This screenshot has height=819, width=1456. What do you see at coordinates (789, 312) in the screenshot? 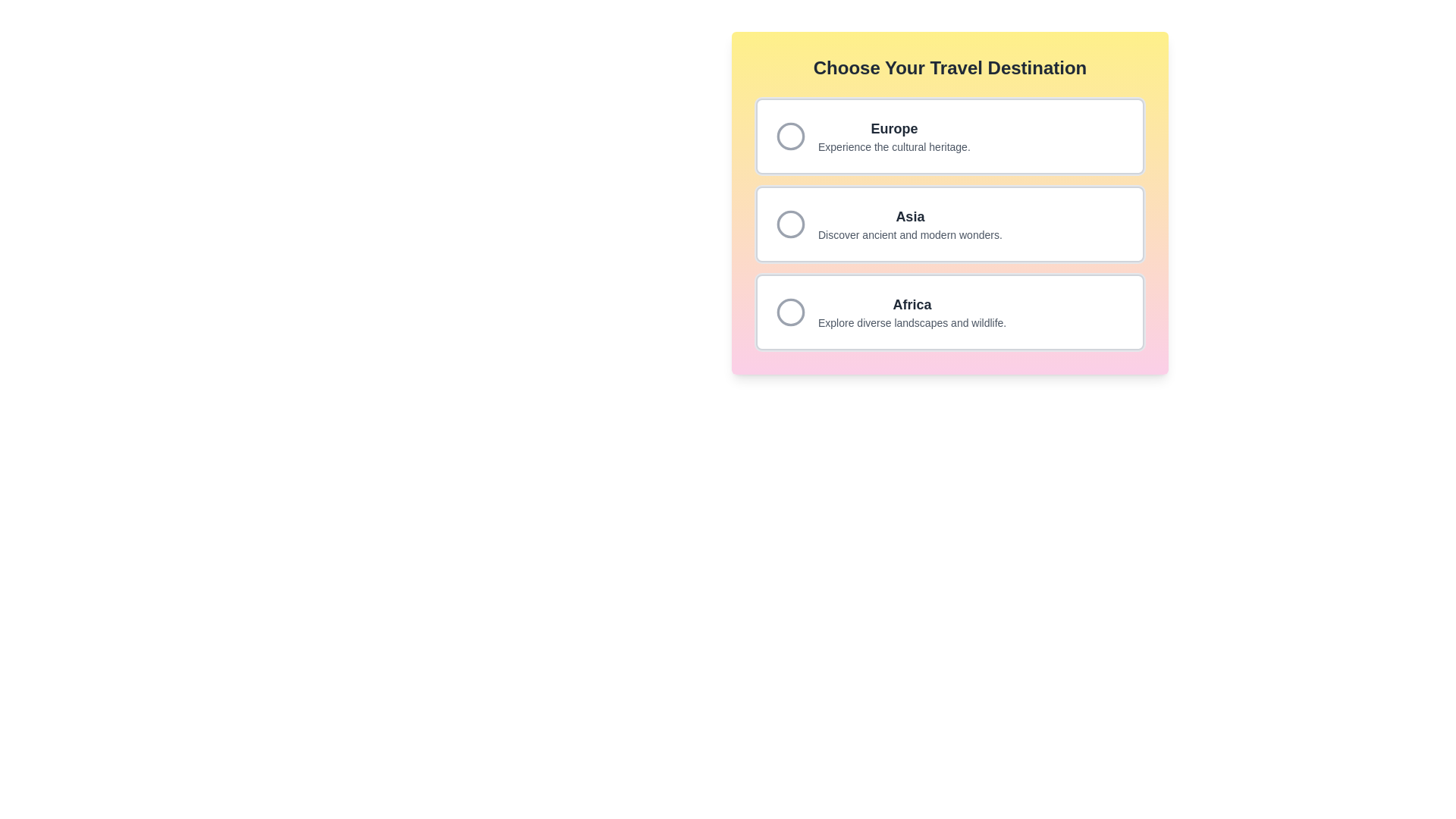
I see `the gray circular radio button located` at bounding box center [789, 312].